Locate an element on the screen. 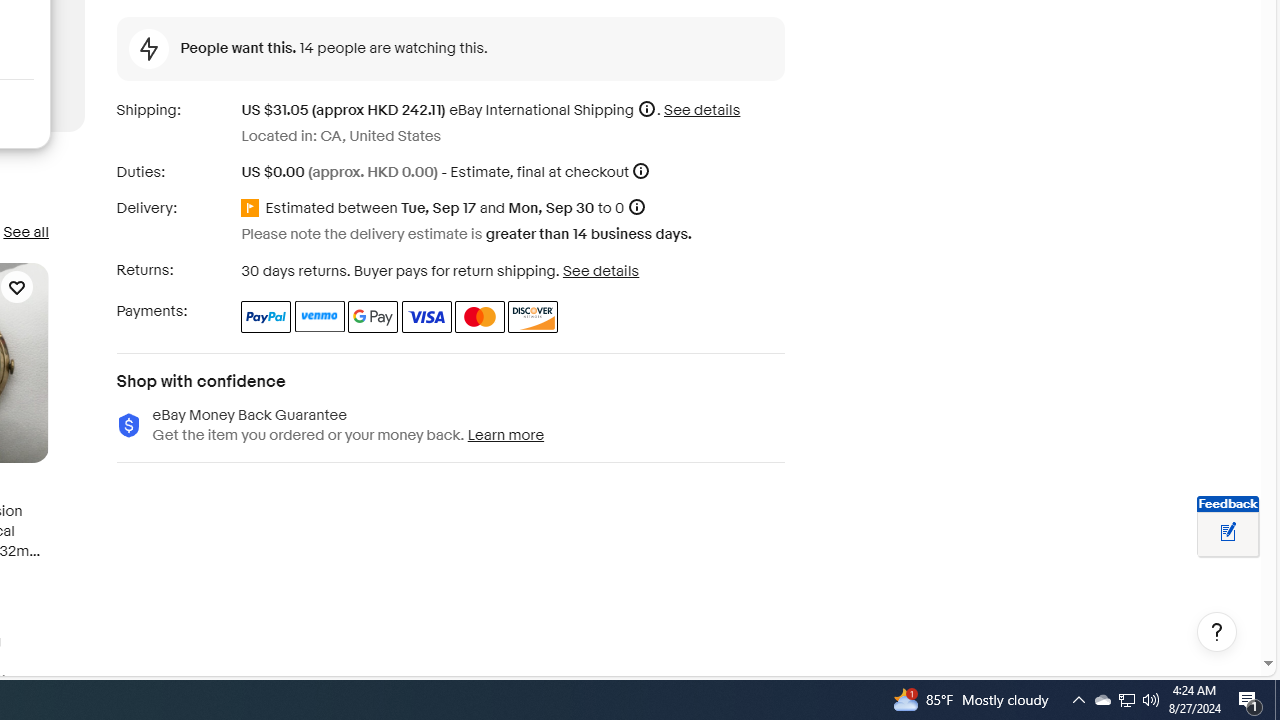 The height and width of the screenshot is (720, 1280). 'Delivery alert flag' is located at coordinates (252, 209).